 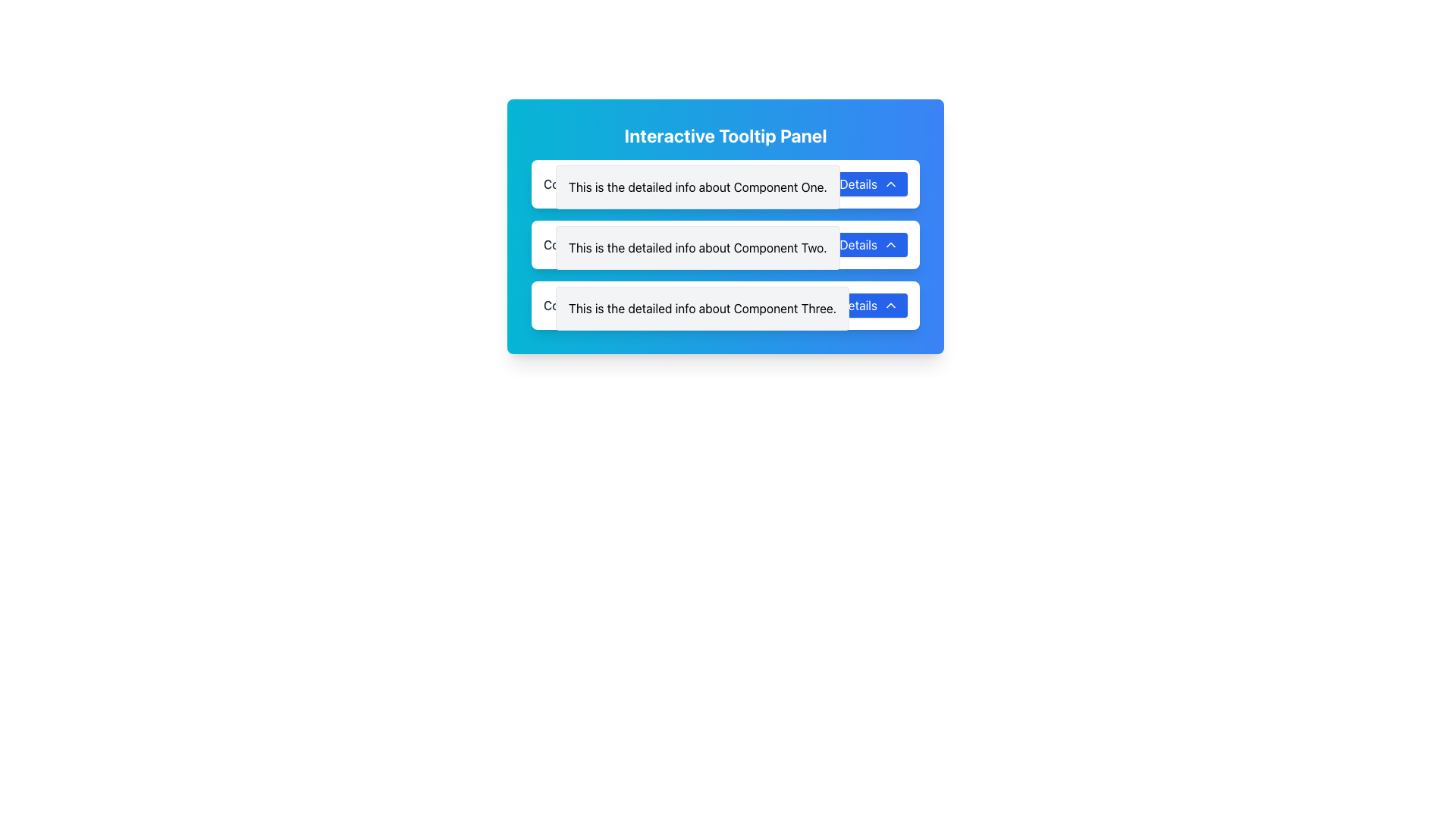 What do you see at coordinates (724, 134) in the screenshot?
I see `text content of the title element located at the top of the interactive tooltip panel, which serves as a header for the information below` at bounding box center [724, 134].